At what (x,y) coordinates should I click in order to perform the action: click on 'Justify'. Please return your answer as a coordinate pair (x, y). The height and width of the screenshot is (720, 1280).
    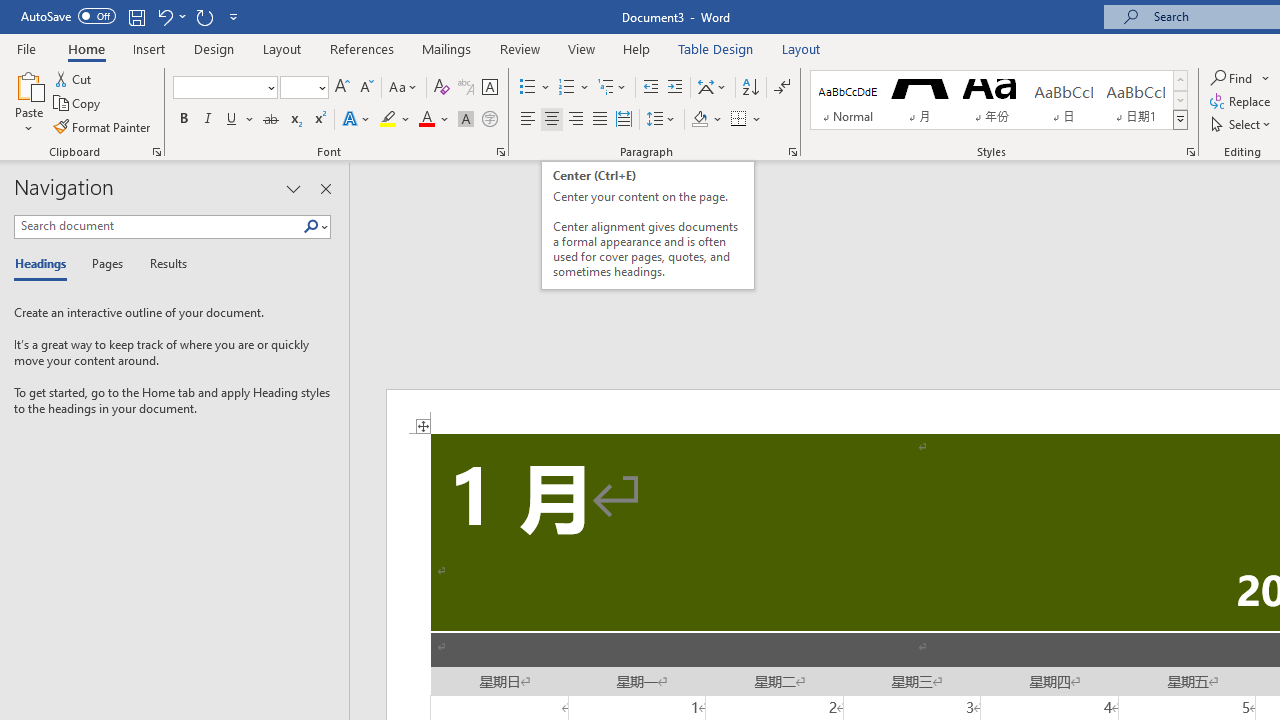
    Looking at the image, I should click on (598, 119).